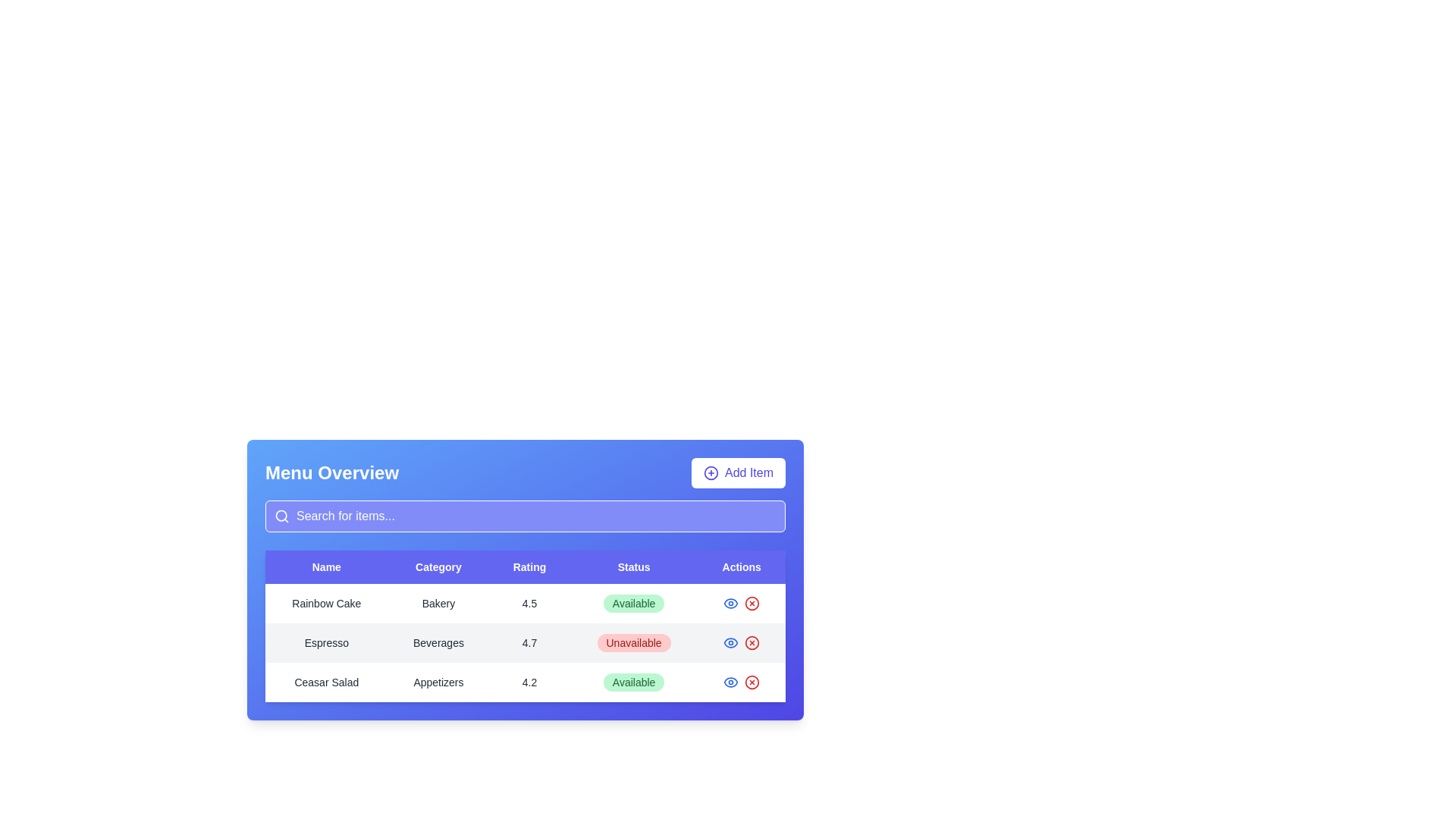 This screenshot has width=1456, height=819. Describe the element at coordinates (731, 643) in the screenshot. I see `the eye icon with a blue outline in the 'Actions' column of the data table aligned with the 'Rainbow Cake' row to change its appearance` at that location.